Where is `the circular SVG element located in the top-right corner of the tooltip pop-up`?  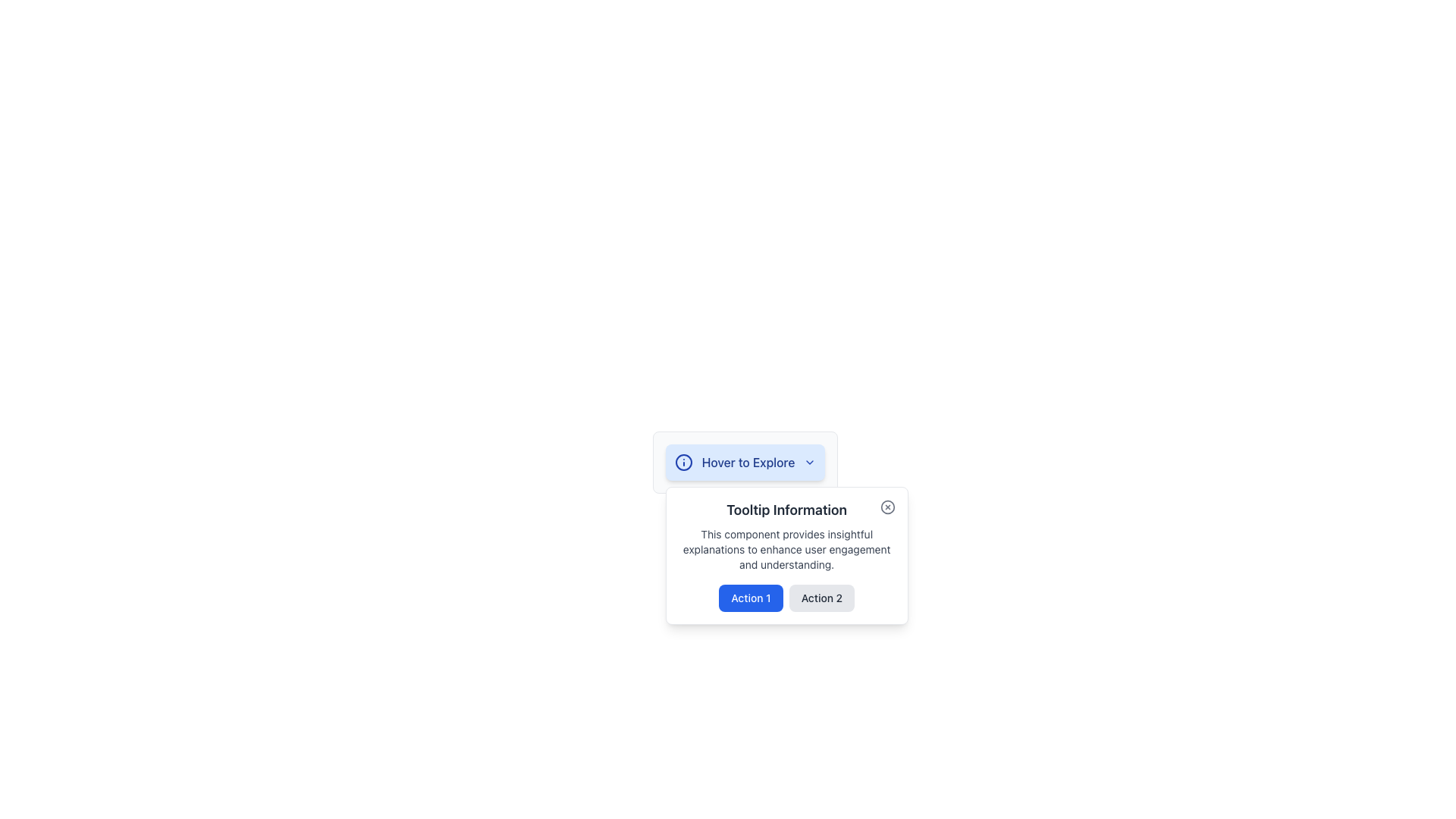
the circular SVG element located in the top-right corner of the tooltip pop-up is located at coordinates (887, 507).